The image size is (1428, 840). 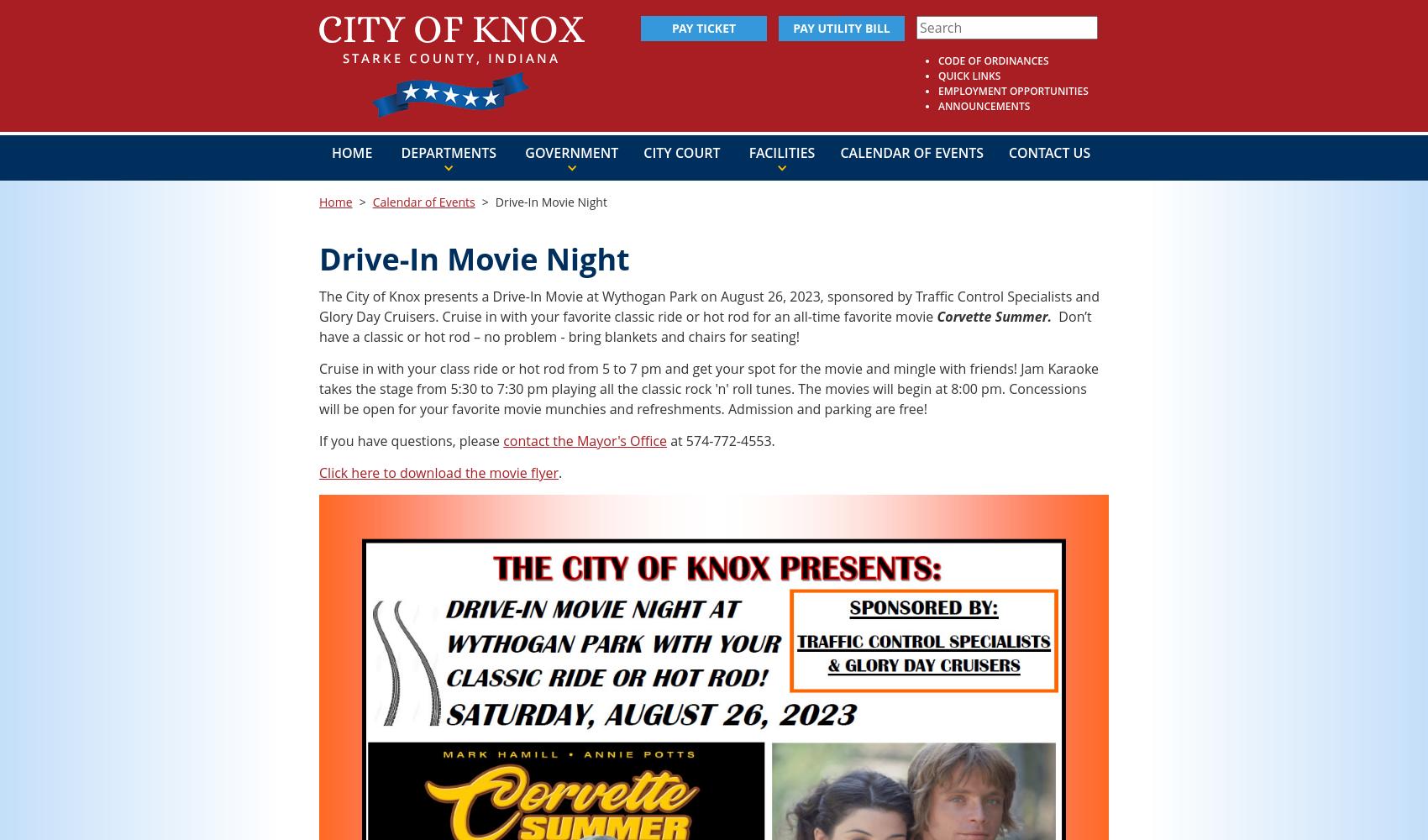 I want to click on 'Pay Ticket', so click(x=702, y=28).